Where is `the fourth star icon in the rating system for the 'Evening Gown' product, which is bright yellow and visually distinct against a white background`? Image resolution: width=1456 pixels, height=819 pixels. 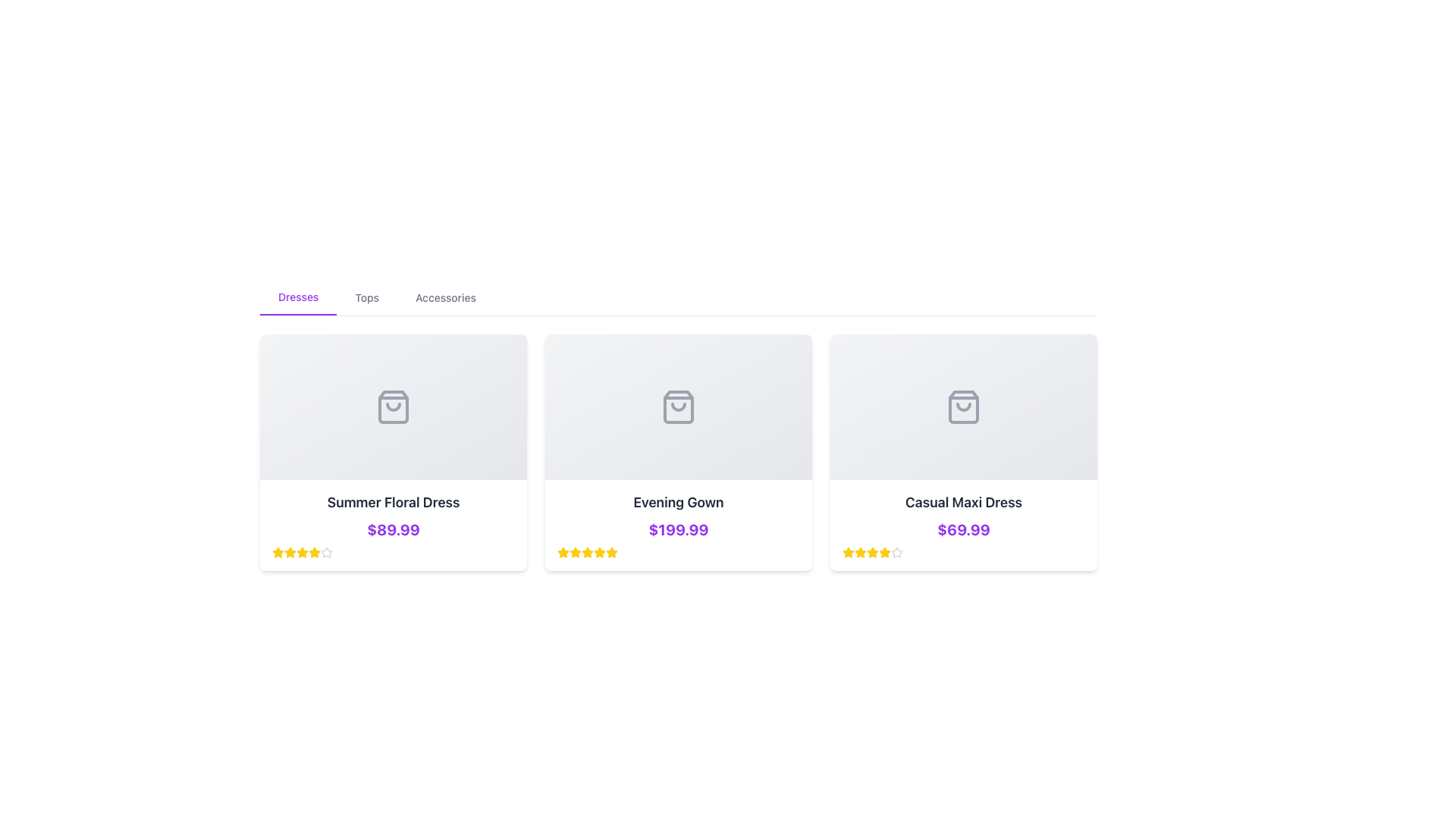 the fourth star icon in the rating system for the 'Evening Gown' product, which is bright yellow and visually distinct against a white background is located at coordinates (599, 552).